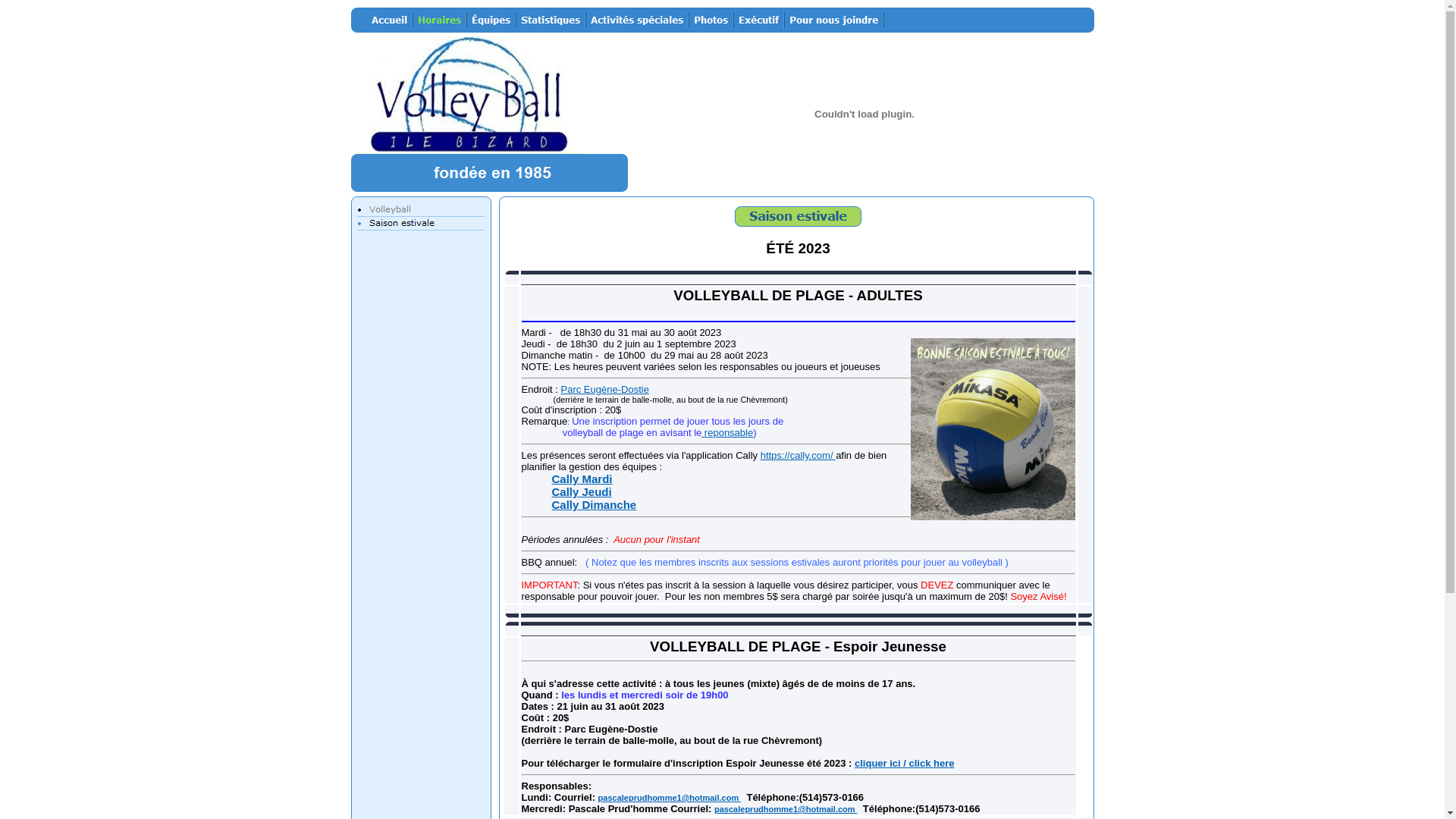 The width and height of the screenshot is (1456, 819). What do you see at coordinates (669, 797) in the screenshot?
I see `'pascaleprudhomme1@hotmail.com'` at bounding box center [669, 797].